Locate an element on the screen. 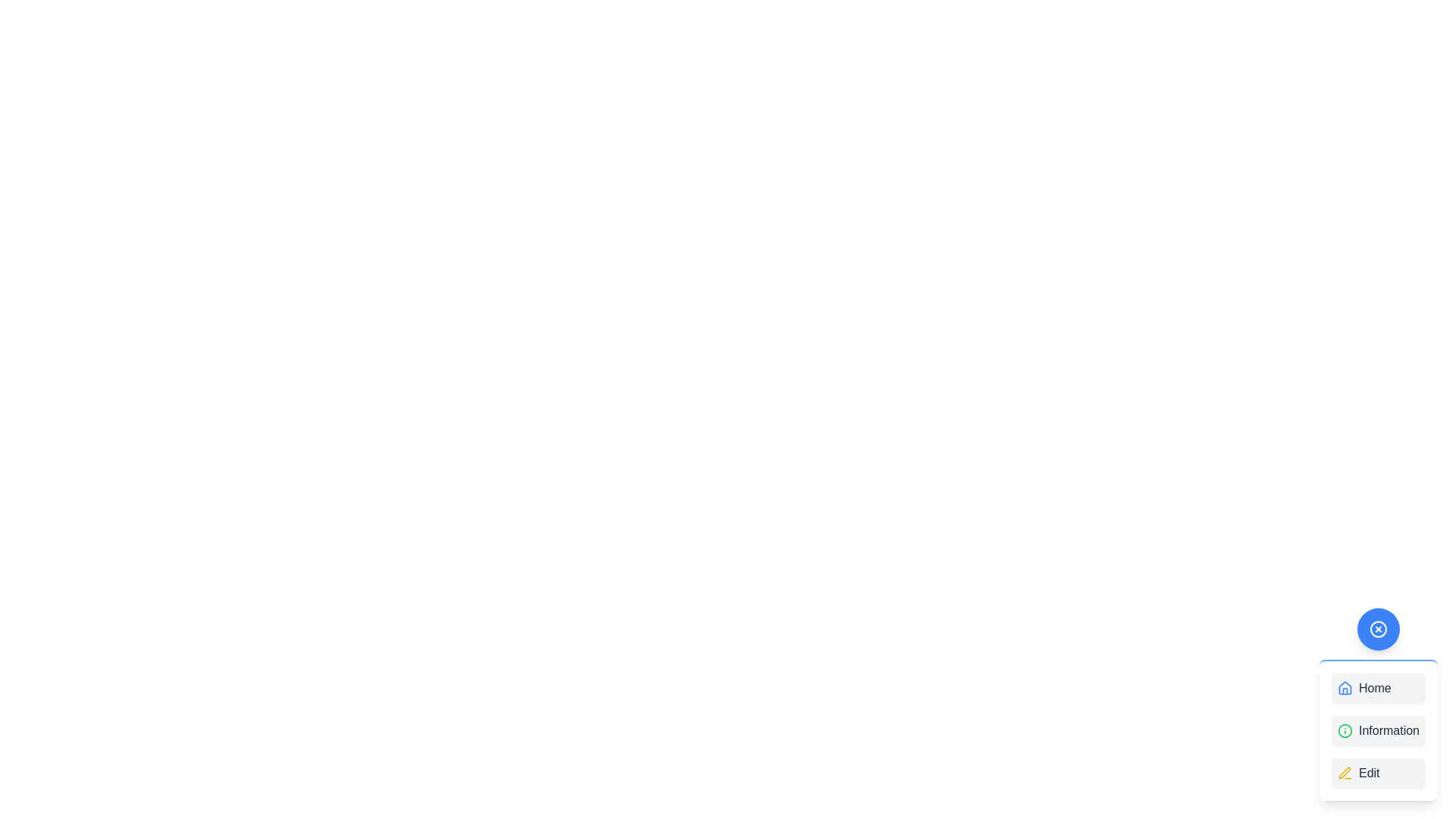 The width and height of the screenshot is (1456, 819). the house icon with a blue outline and white fill, indicating 'Home' functionality is located at coordinates (1345, 688).